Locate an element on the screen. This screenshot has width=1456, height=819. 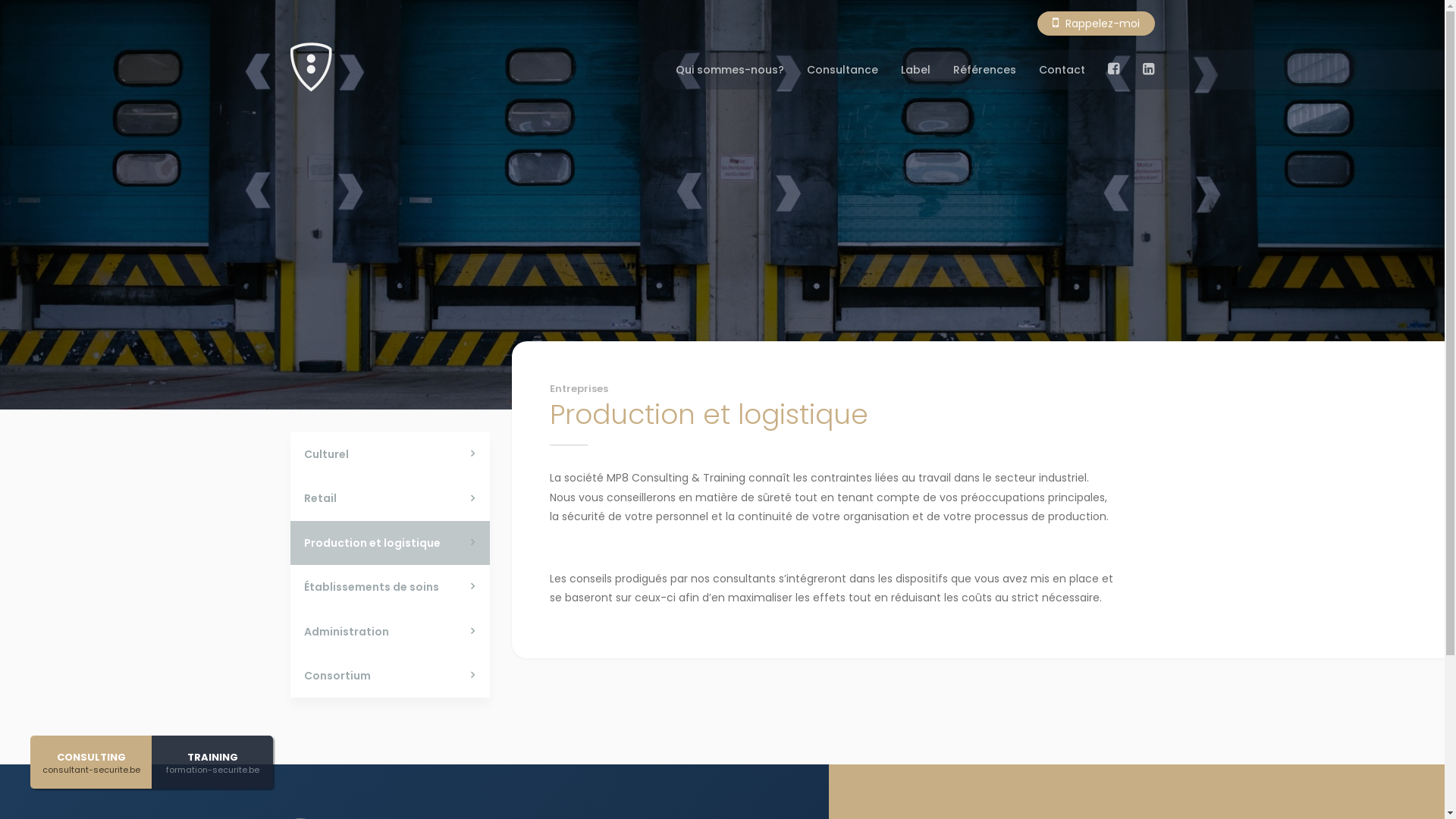
'Contact' is located at coordinates (1061, 70).